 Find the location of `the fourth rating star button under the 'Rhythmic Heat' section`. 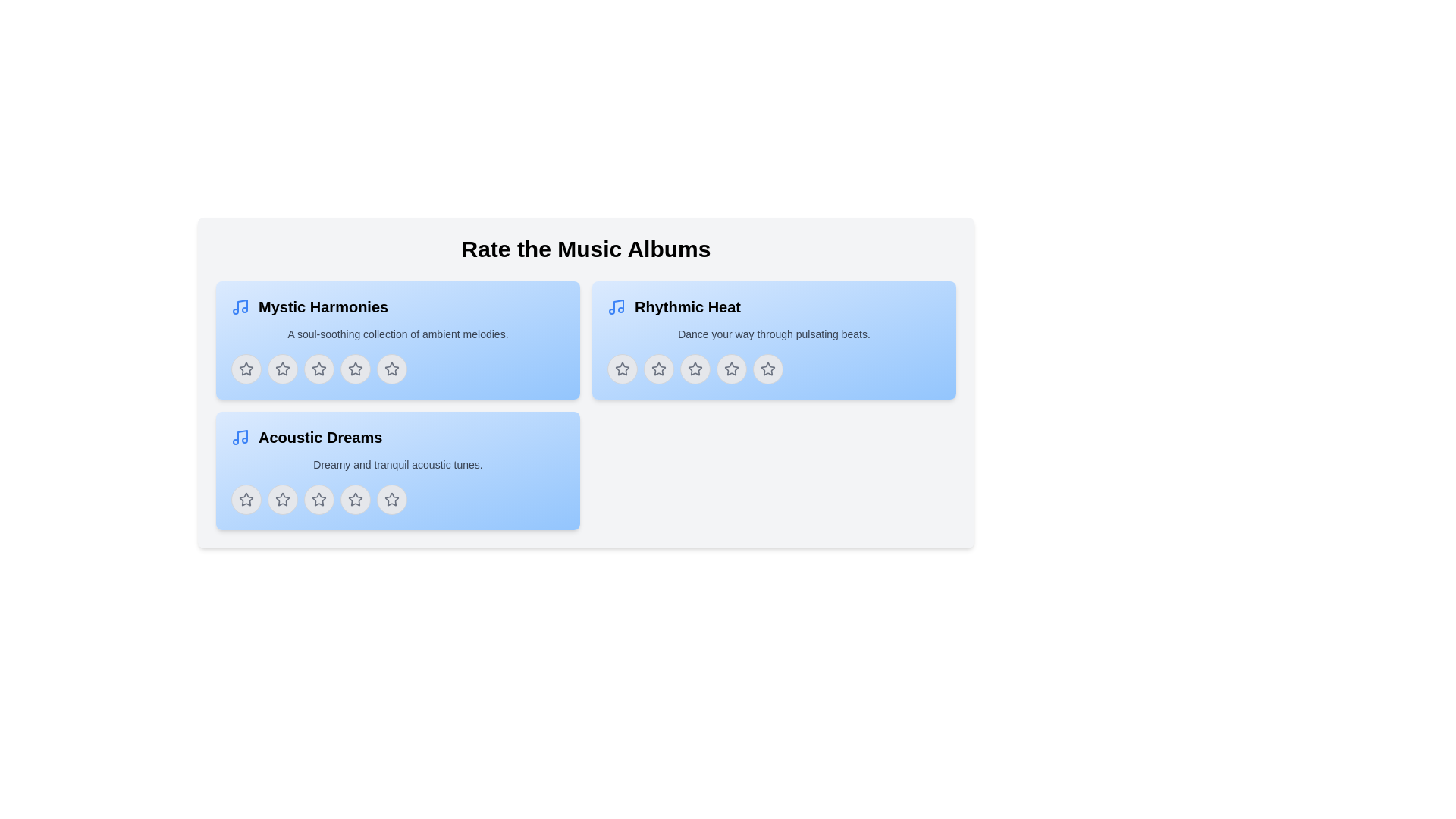

the fourth rating star button under the 'Rhythmic Heat' section is located at coordinates (731, 369).